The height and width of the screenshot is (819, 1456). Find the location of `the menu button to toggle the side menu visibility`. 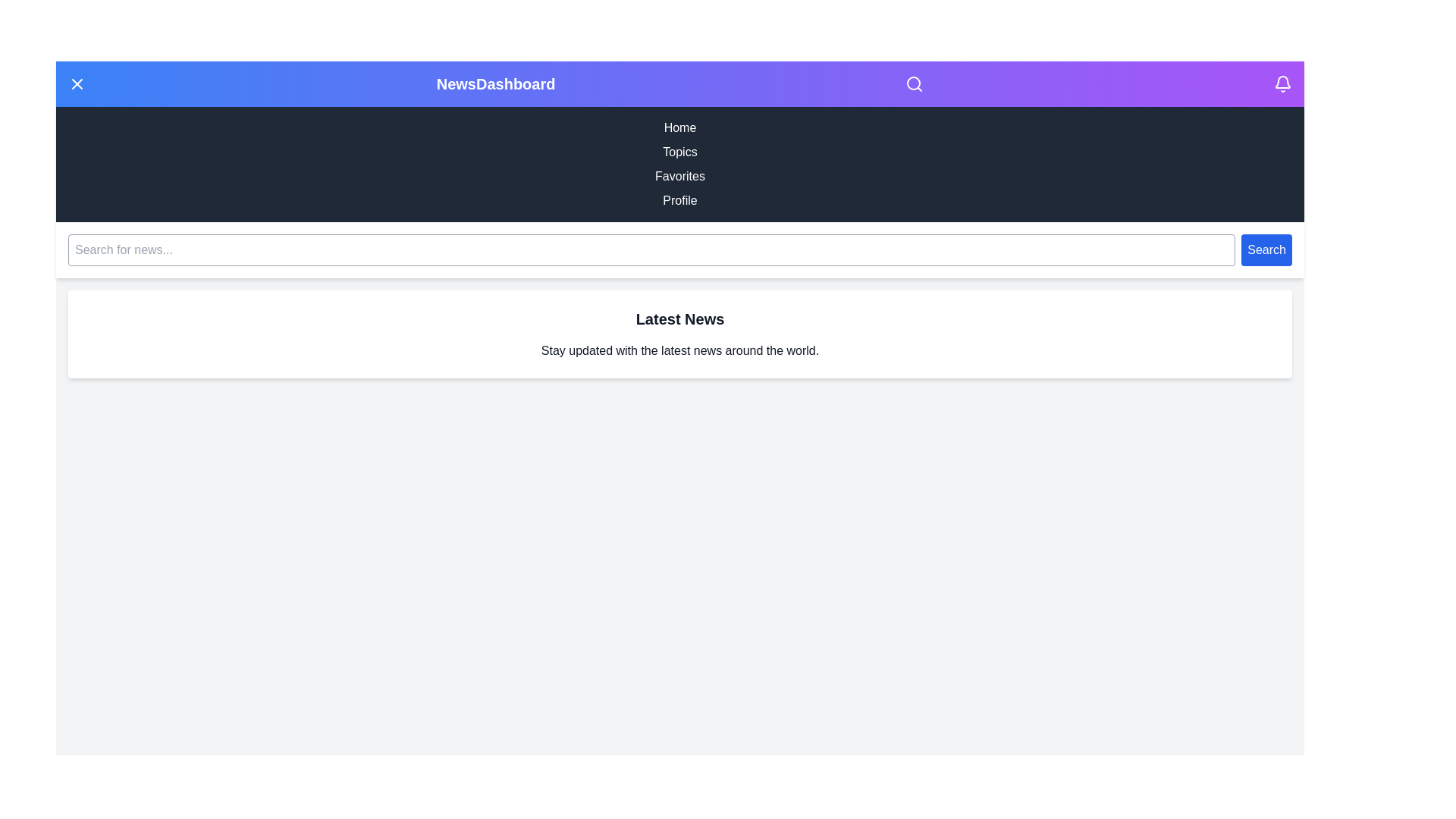

the menu button to toggle the side menu visibility is located at coordinates (76, 84).